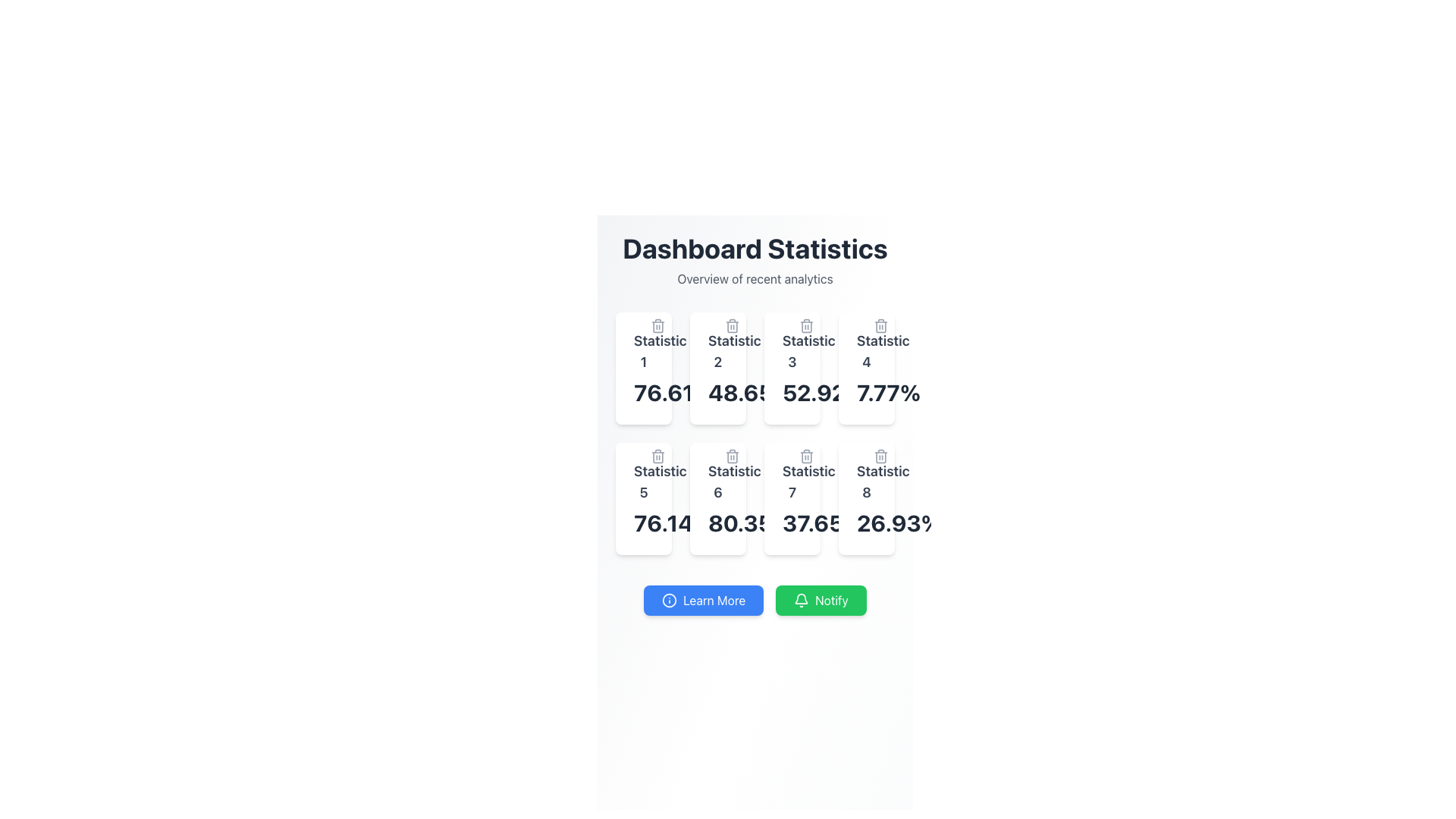 The width and height of the screenshot is (1456, 819). Describe the element at coordinates (801, 599) in the screenshot. I see `the notification icon located inside the green 'Notify' button` at that location.